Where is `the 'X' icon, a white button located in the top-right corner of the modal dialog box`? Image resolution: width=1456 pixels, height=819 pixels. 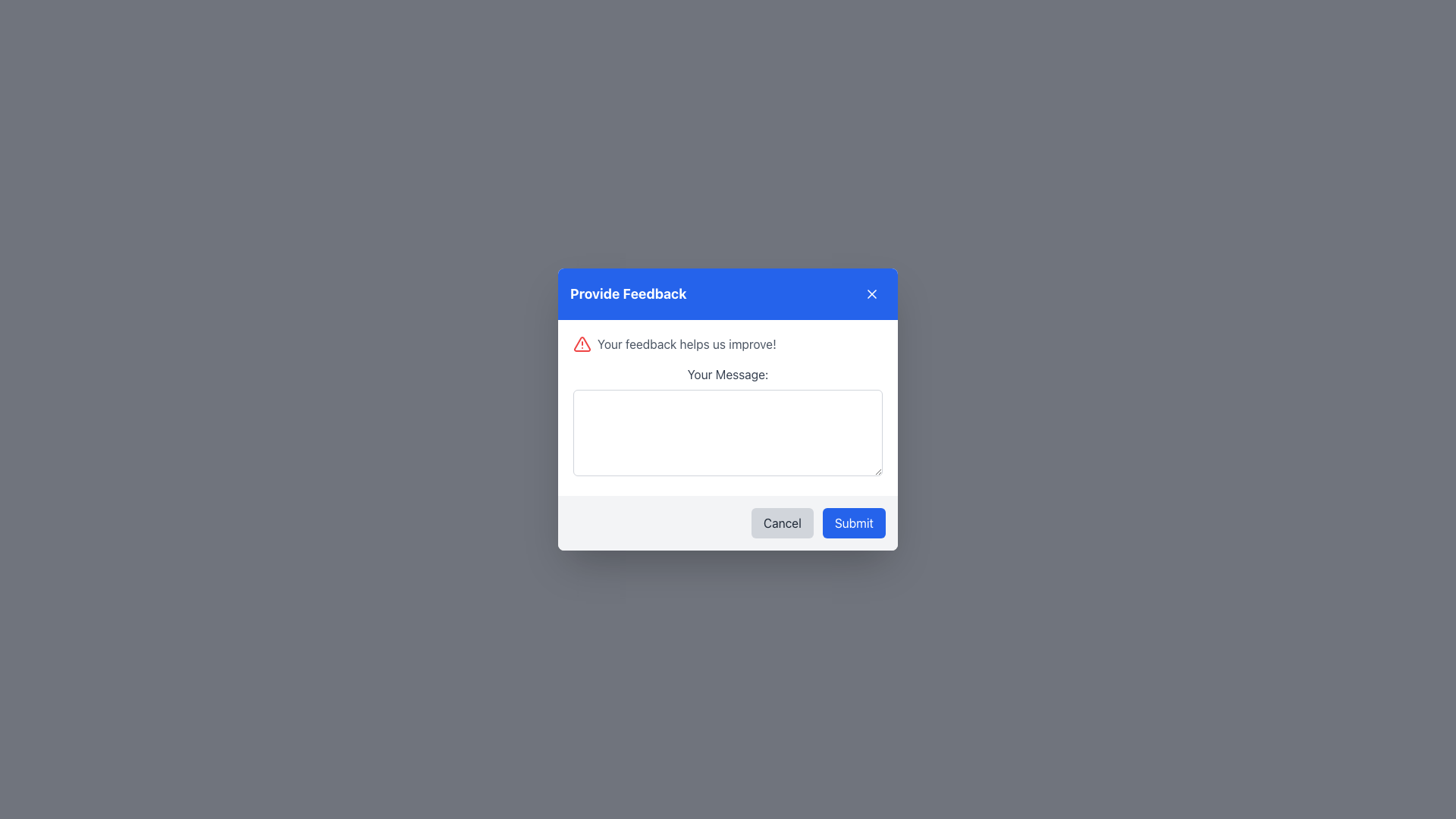
the 'X' icon, a white button located in the top-right corner of the modal dialog box is located at coordinates (872, 294).